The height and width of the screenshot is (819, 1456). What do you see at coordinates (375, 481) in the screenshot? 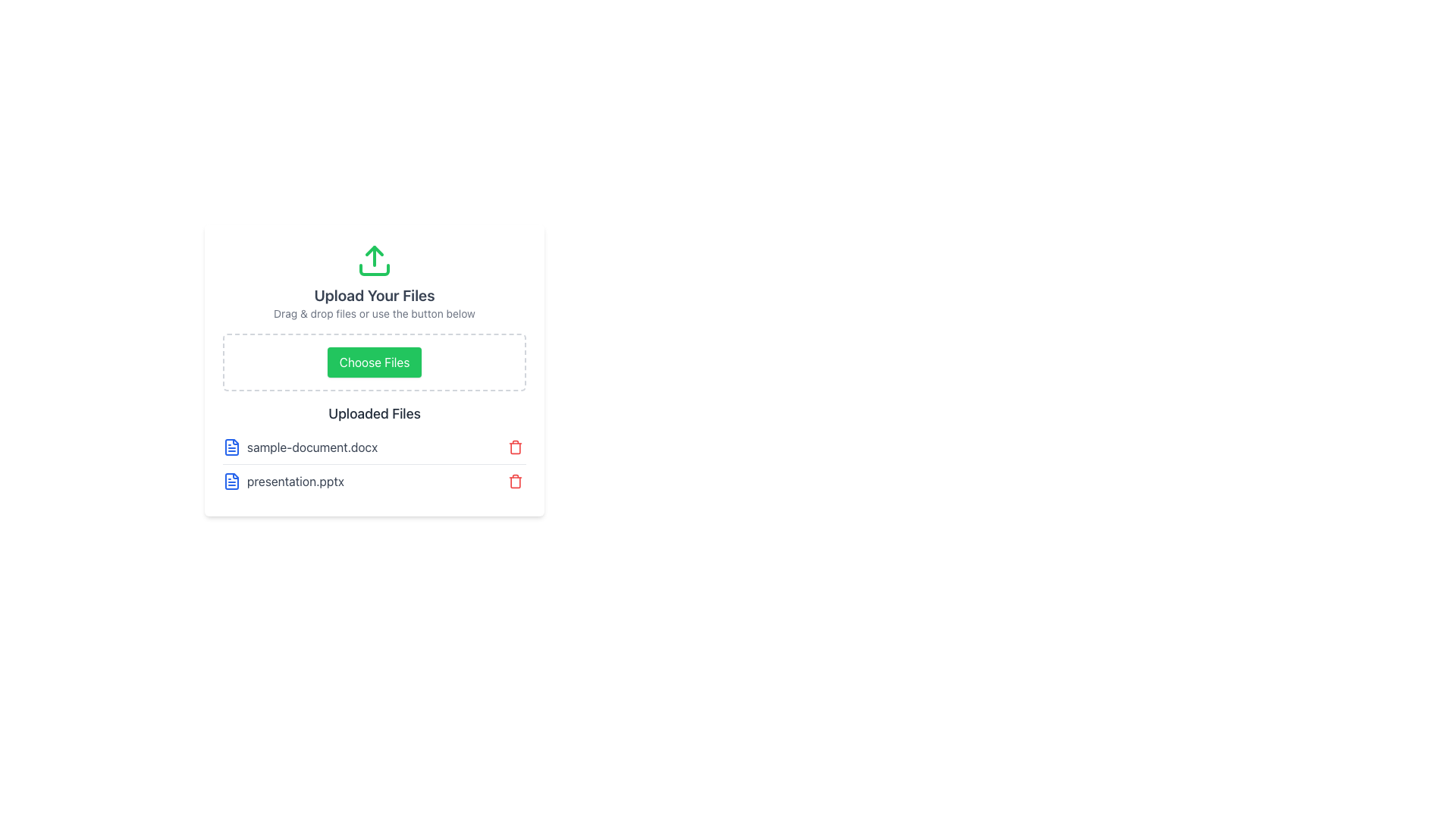
I see `the file name 'presentation.pptx' in the second row of the file upload list` at bounding box center [375, 481].